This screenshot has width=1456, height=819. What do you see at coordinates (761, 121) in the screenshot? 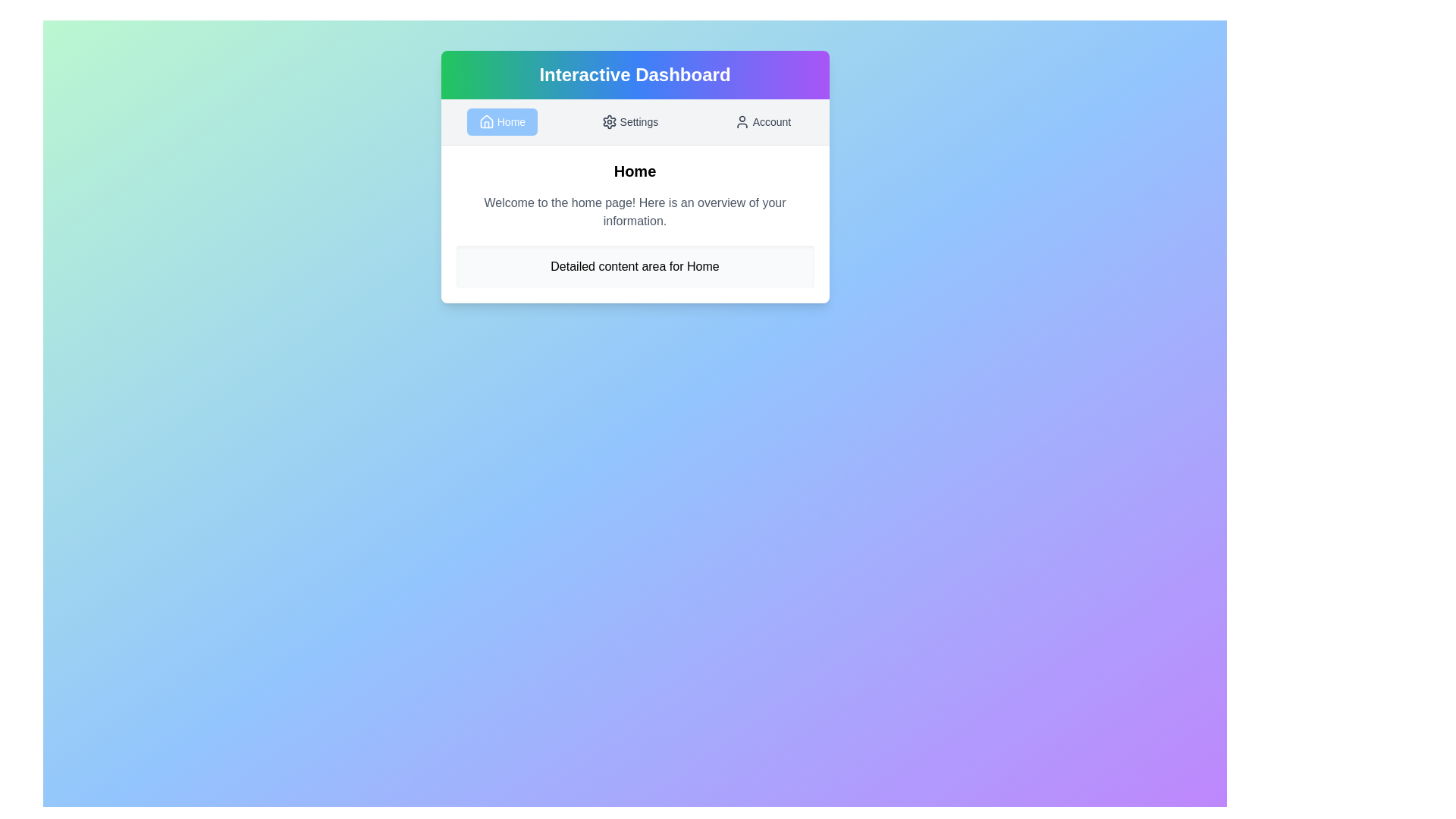
I see `the Account tab by clicking on its button` at bounding box center [761, 121].